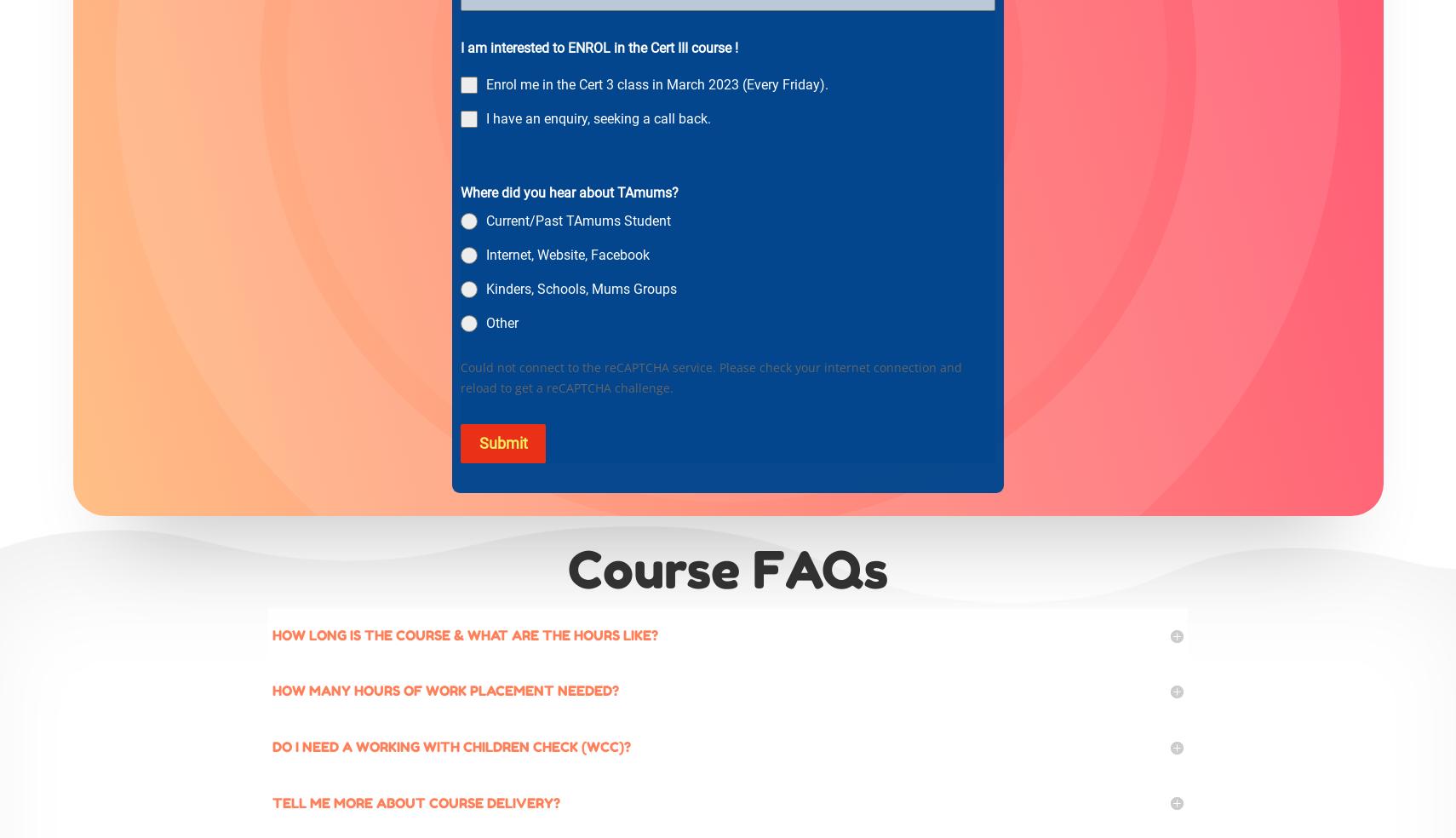  I want to click on 'We will send you details to proceed with your application for the course.', so click(673, 146).